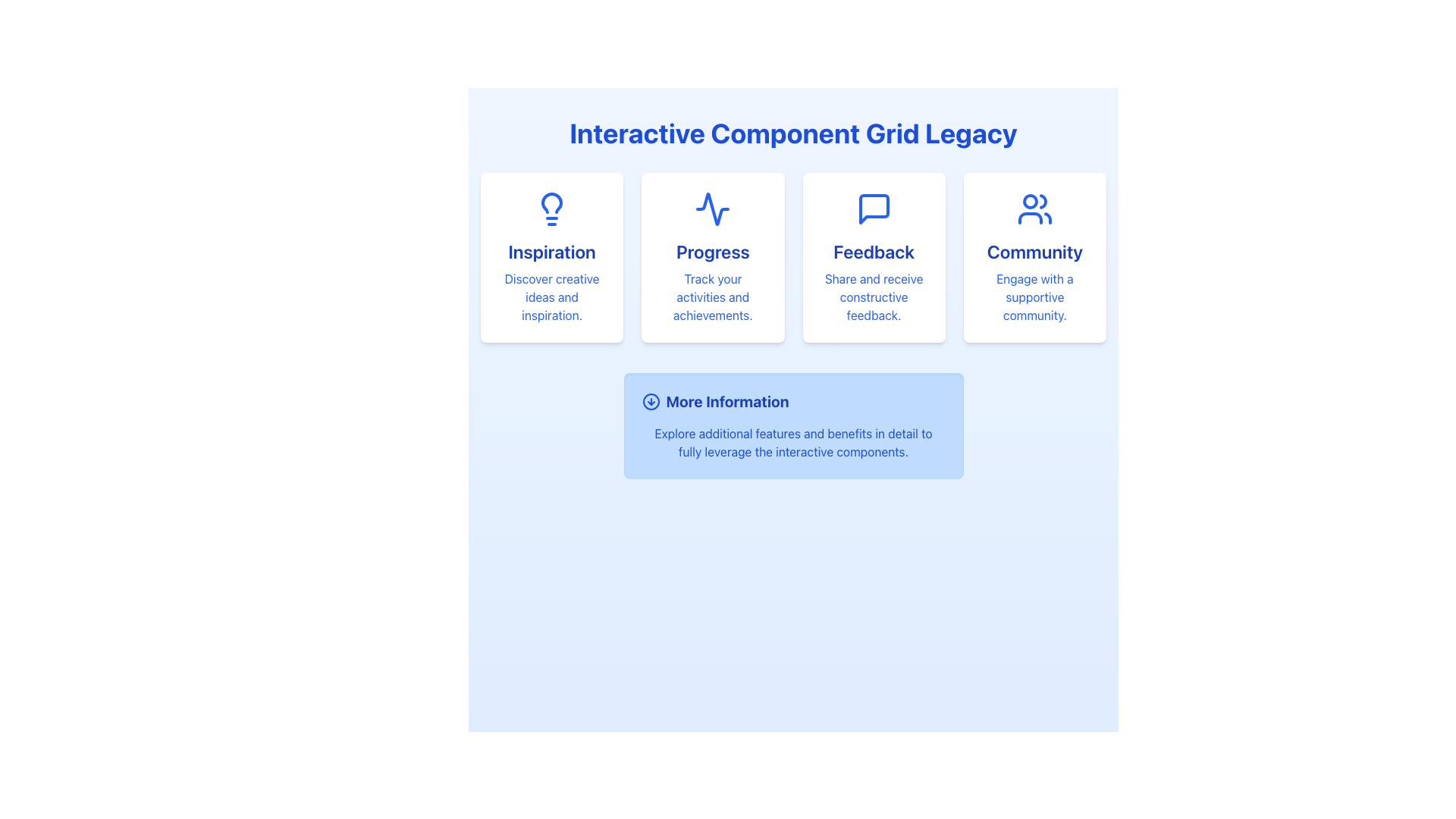 The image size is (1456, 819). Describe the element at coordinates (1034, 209) in the screenshot. I see `the community icon, which is an SVG image centered at the top of the 'Community' card, the fourth card in a horizontal grid, above the text 'Community' and 'Engage with a supportive community.'` at that location.